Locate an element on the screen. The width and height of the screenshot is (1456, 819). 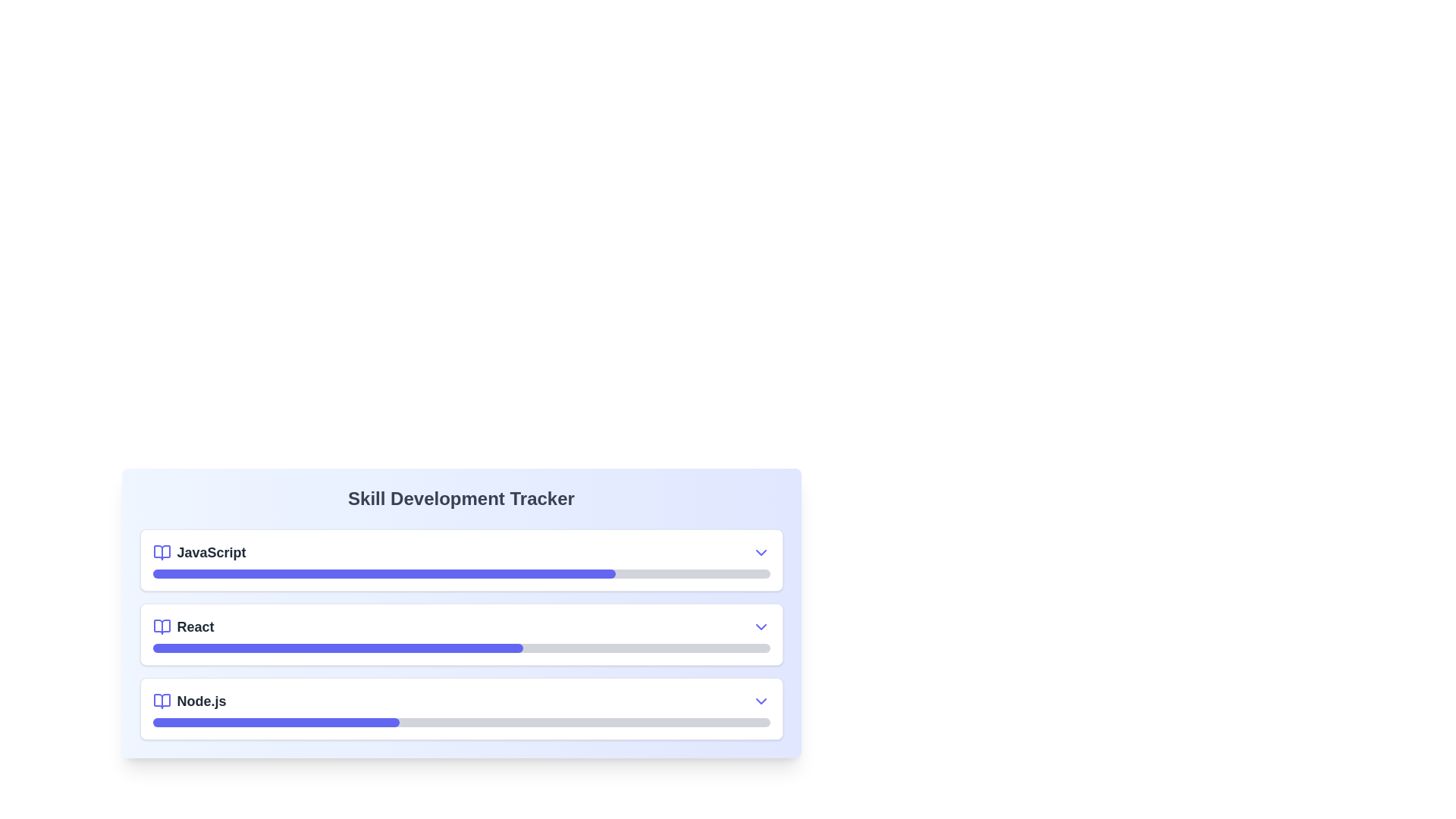
text content of the label displaying 'JavaScript', which is aligned to the right of a small indigo book icon is located at coordinates (210, 553).